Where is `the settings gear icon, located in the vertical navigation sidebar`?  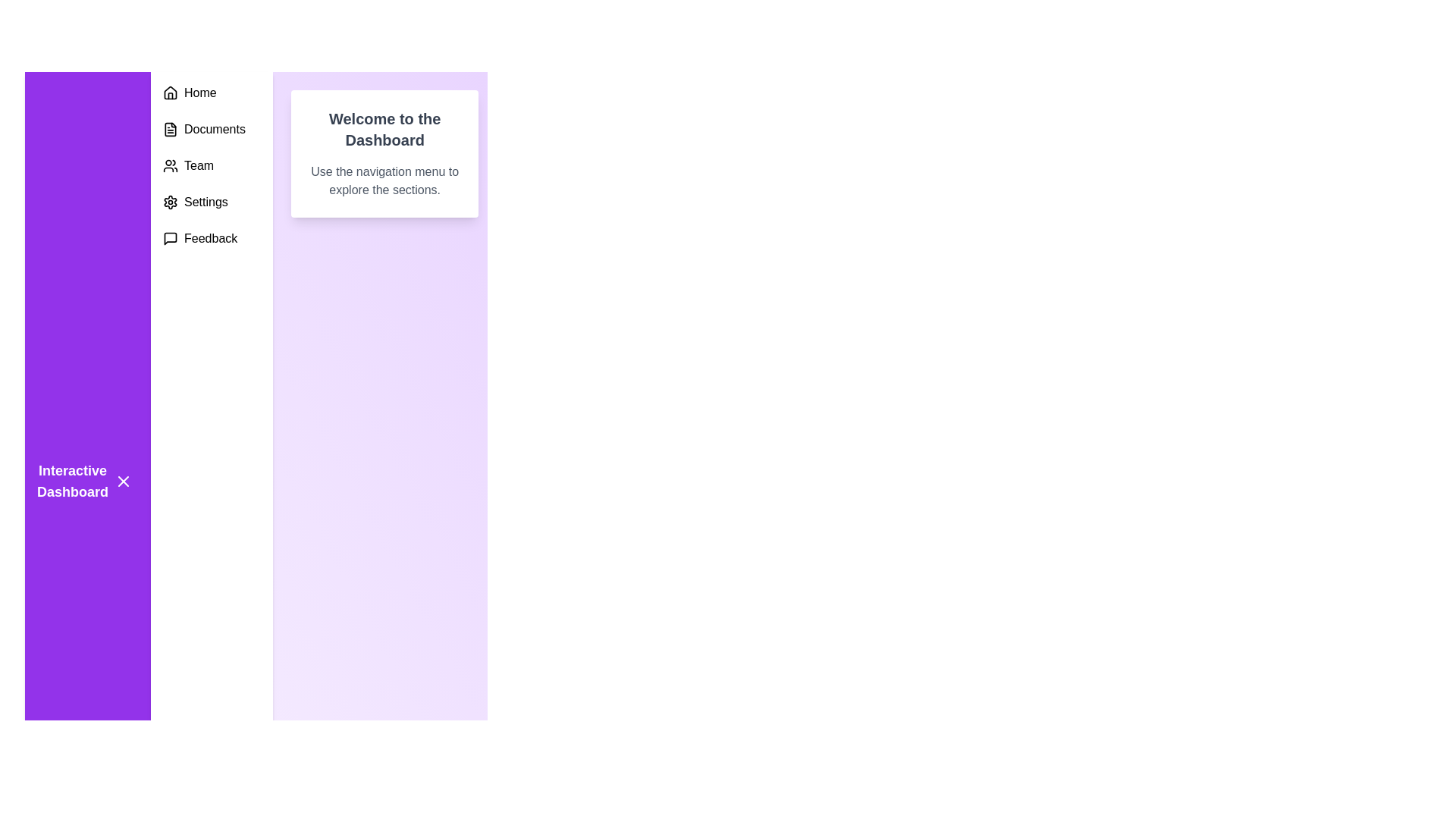
the settings gear icon, located in the vertical navigation sidebar is located at coordinates (171, 201).